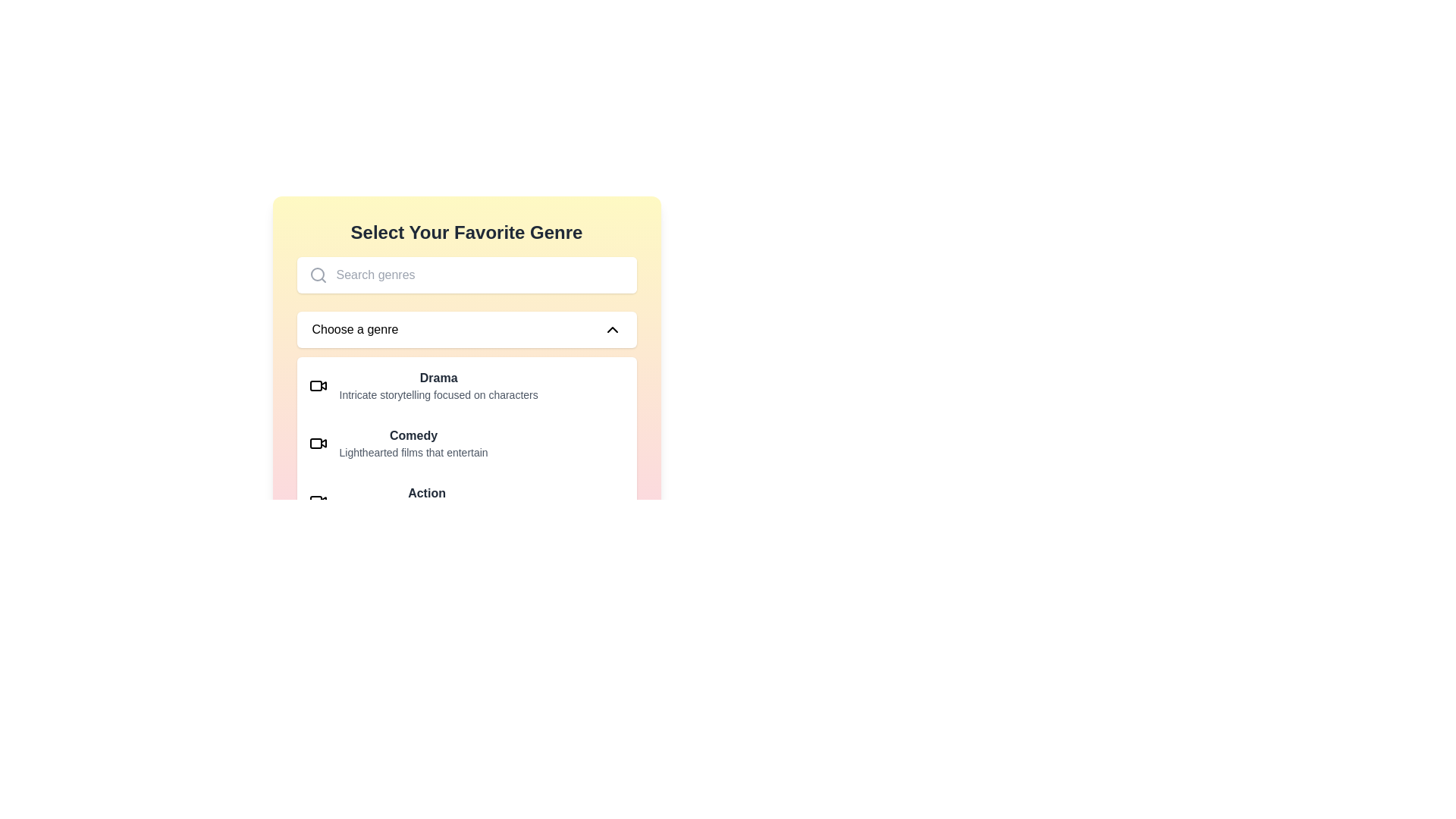  What do you see at coordinates (316, 275) in the screenshot?
I see `the central circular part of the search icon, which is part of the graphical representation of a magnifying glass located towards the top-left side of the interface` at bounding box center [316, 275].